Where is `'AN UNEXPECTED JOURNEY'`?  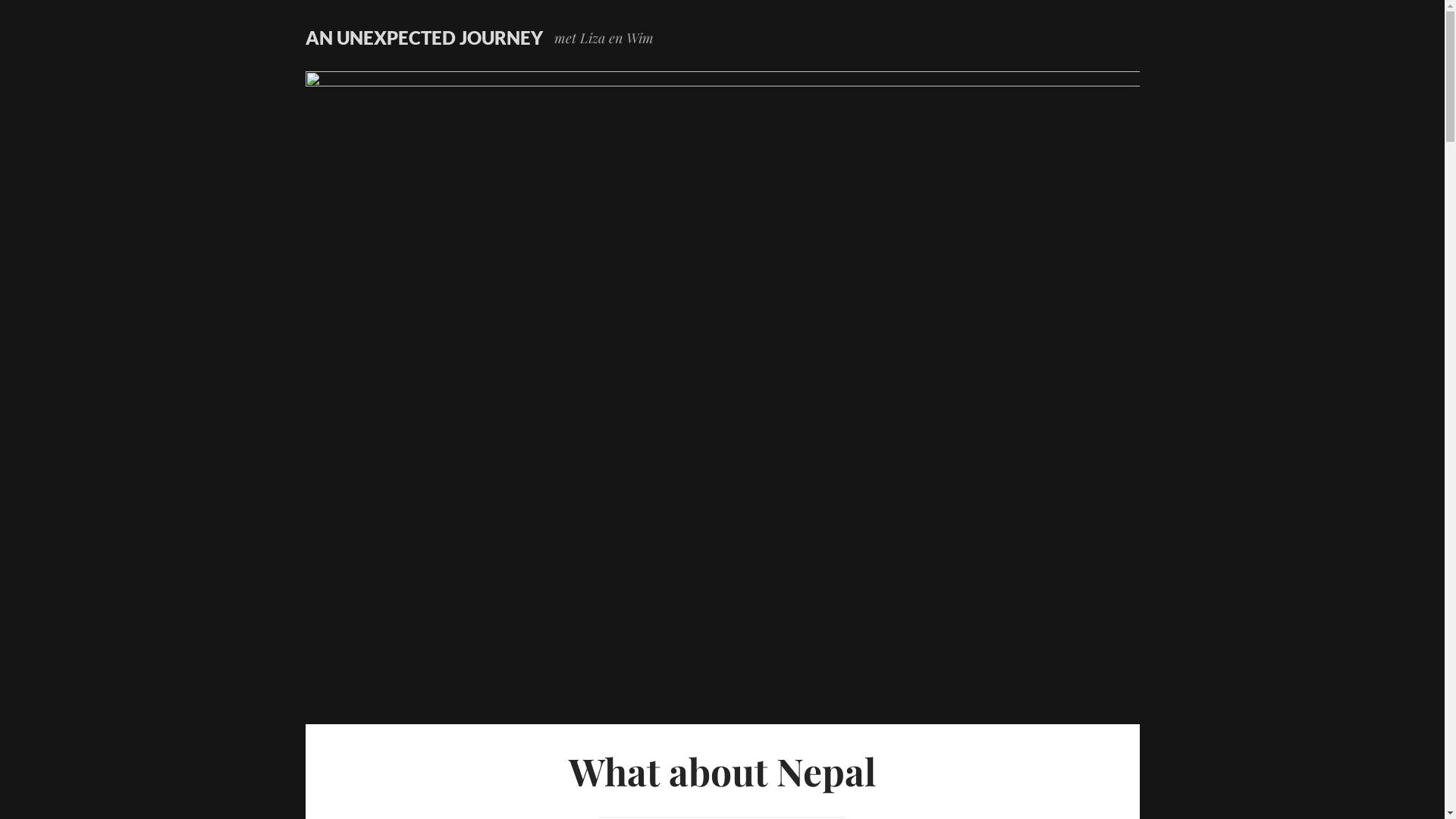
'AN UNEXPECTED JOURNEY' is located at coordinates (423, 36).